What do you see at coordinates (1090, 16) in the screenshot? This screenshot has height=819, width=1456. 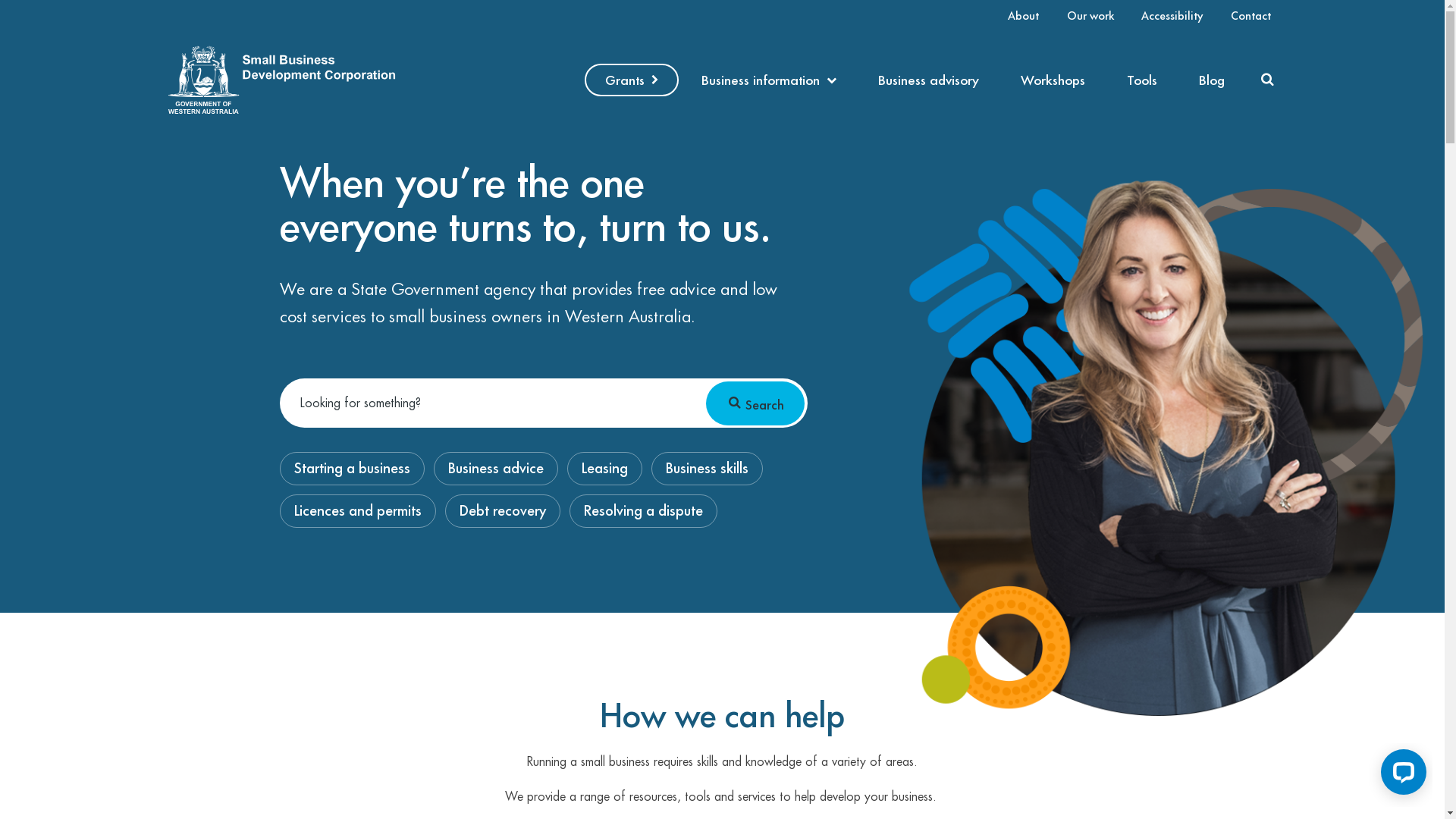 I see `'Our work'` at bounding box center [1090, 16].